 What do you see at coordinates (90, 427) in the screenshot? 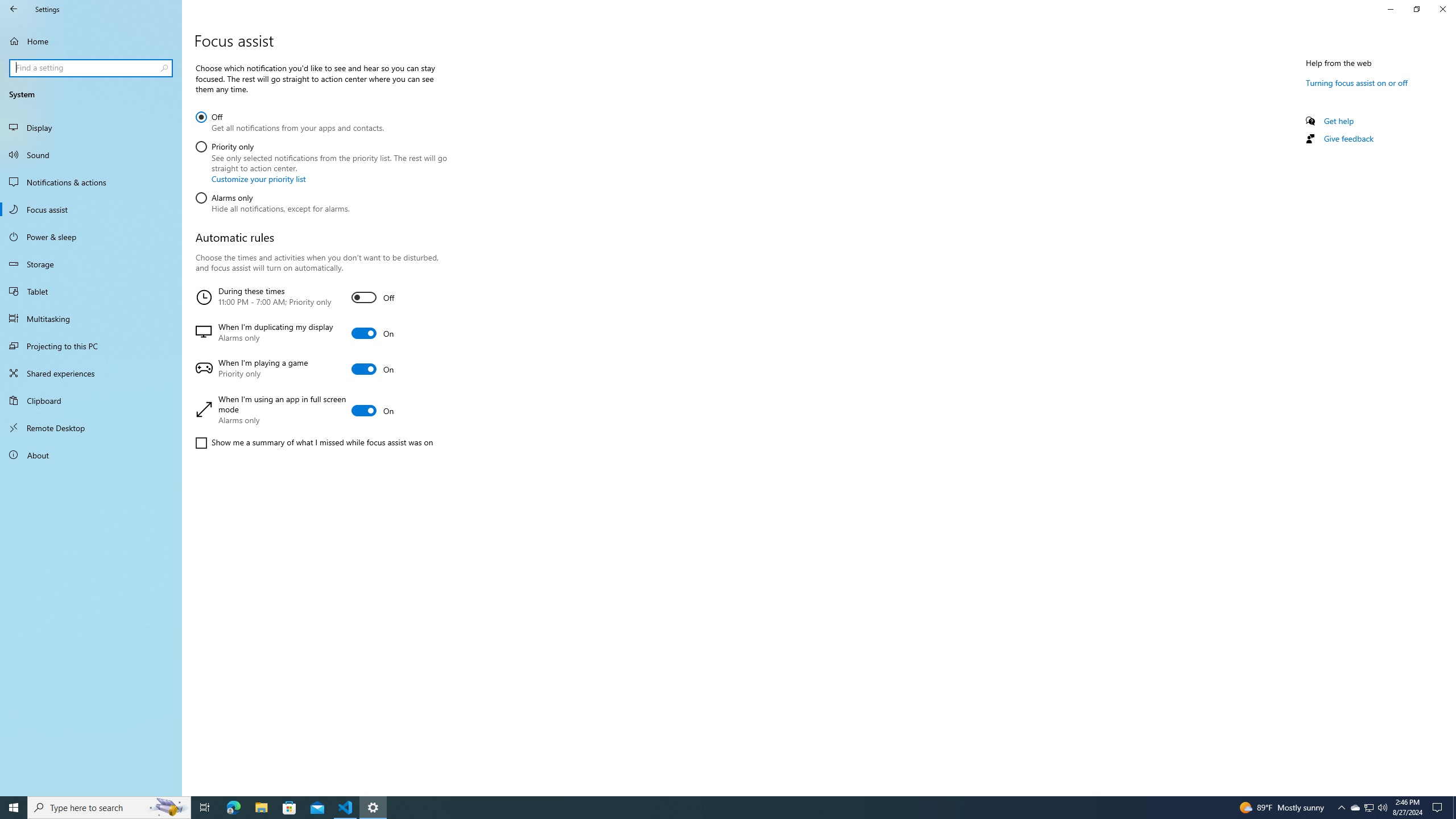
I see `'Remote Desktop'` at bounding box center [90, 427].